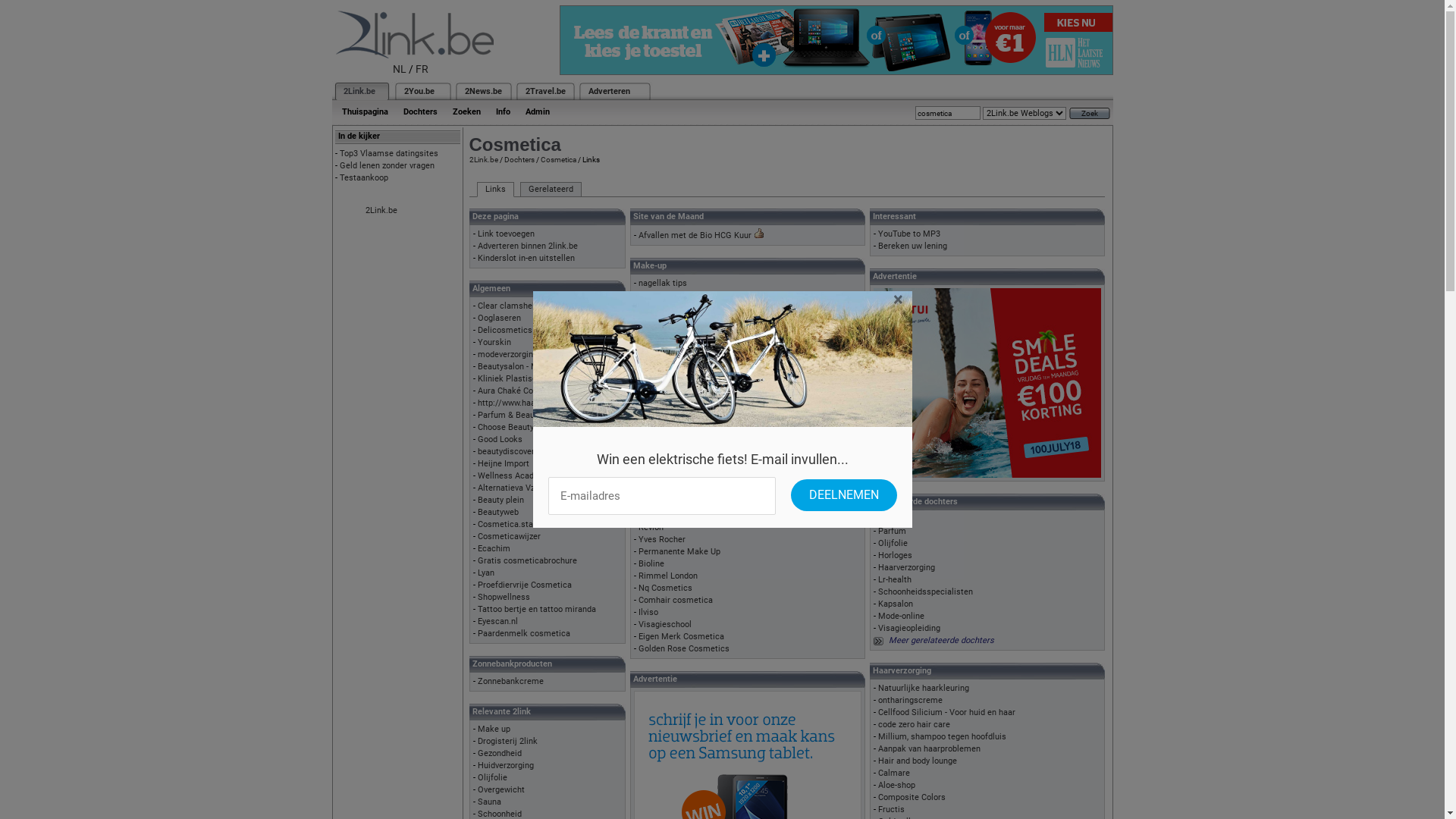 This screenshot has height=819, width=1456. What do you see at coordinates (476, 463) in the screenshot?
I see `'Heijne Import'` at bounding box center [476, 463].